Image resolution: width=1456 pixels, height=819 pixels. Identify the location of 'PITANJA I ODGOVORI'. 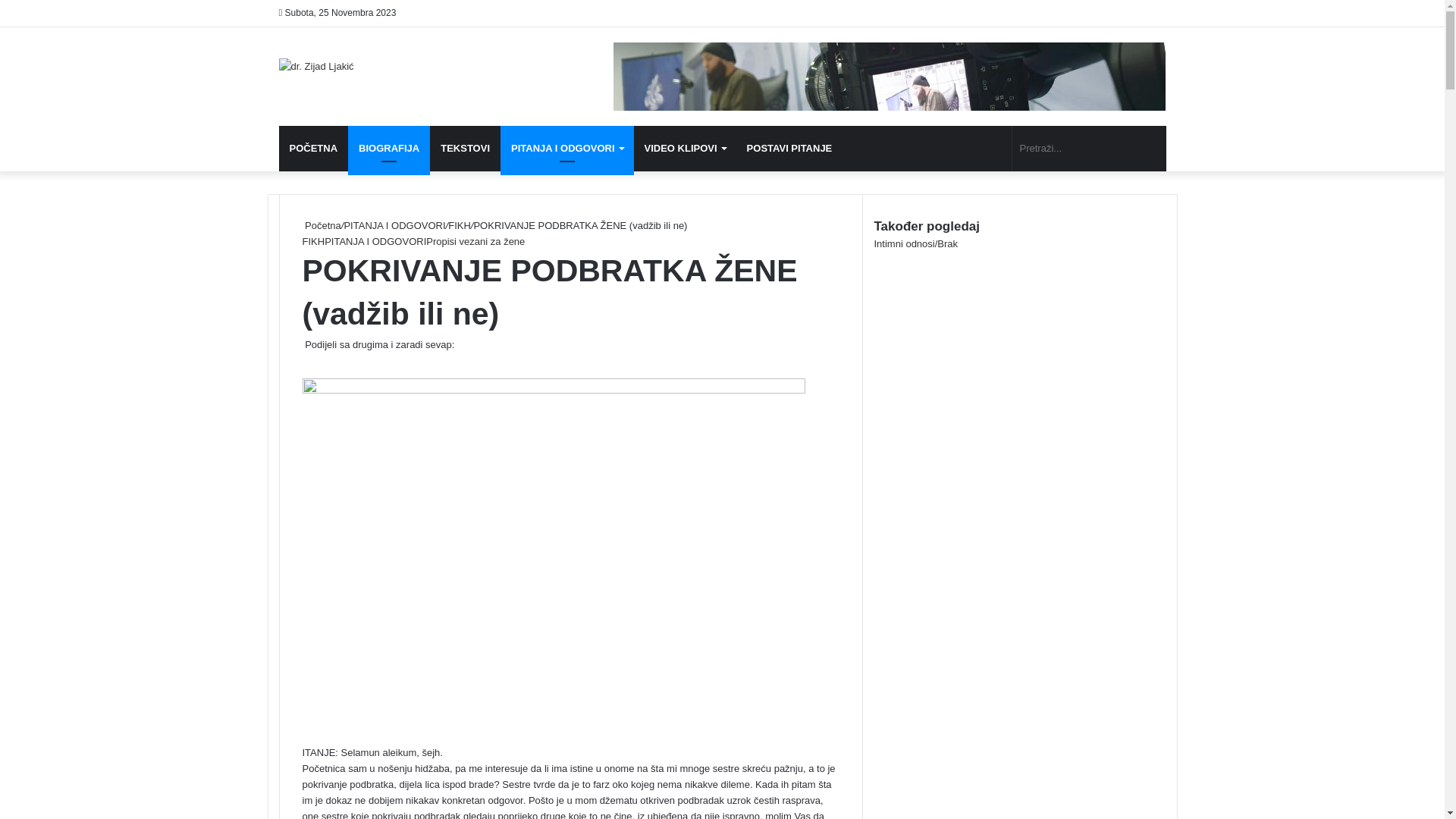
(375, 240).